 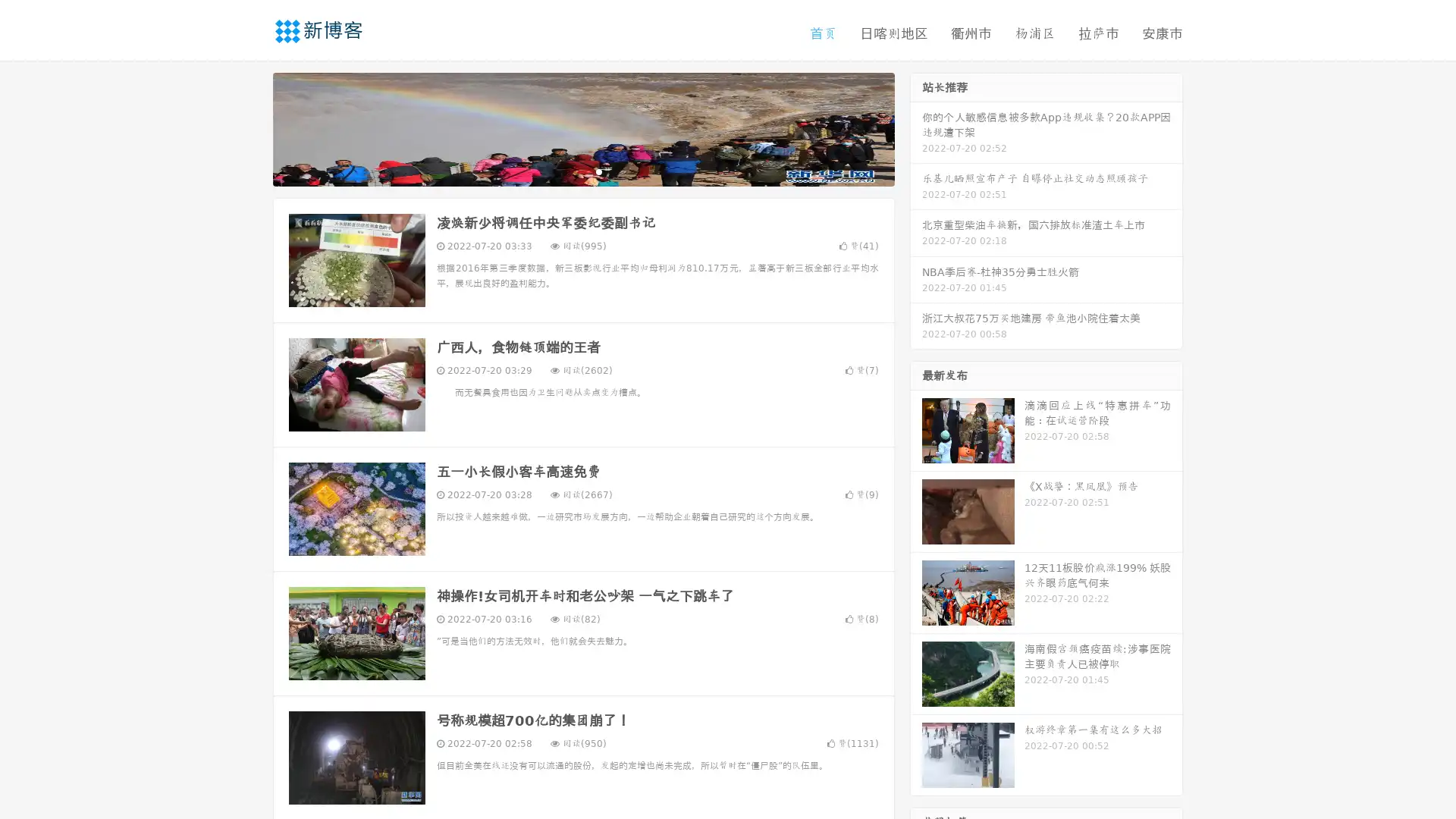 I want to click on Go to slide 3, so click(x=598, y=171).